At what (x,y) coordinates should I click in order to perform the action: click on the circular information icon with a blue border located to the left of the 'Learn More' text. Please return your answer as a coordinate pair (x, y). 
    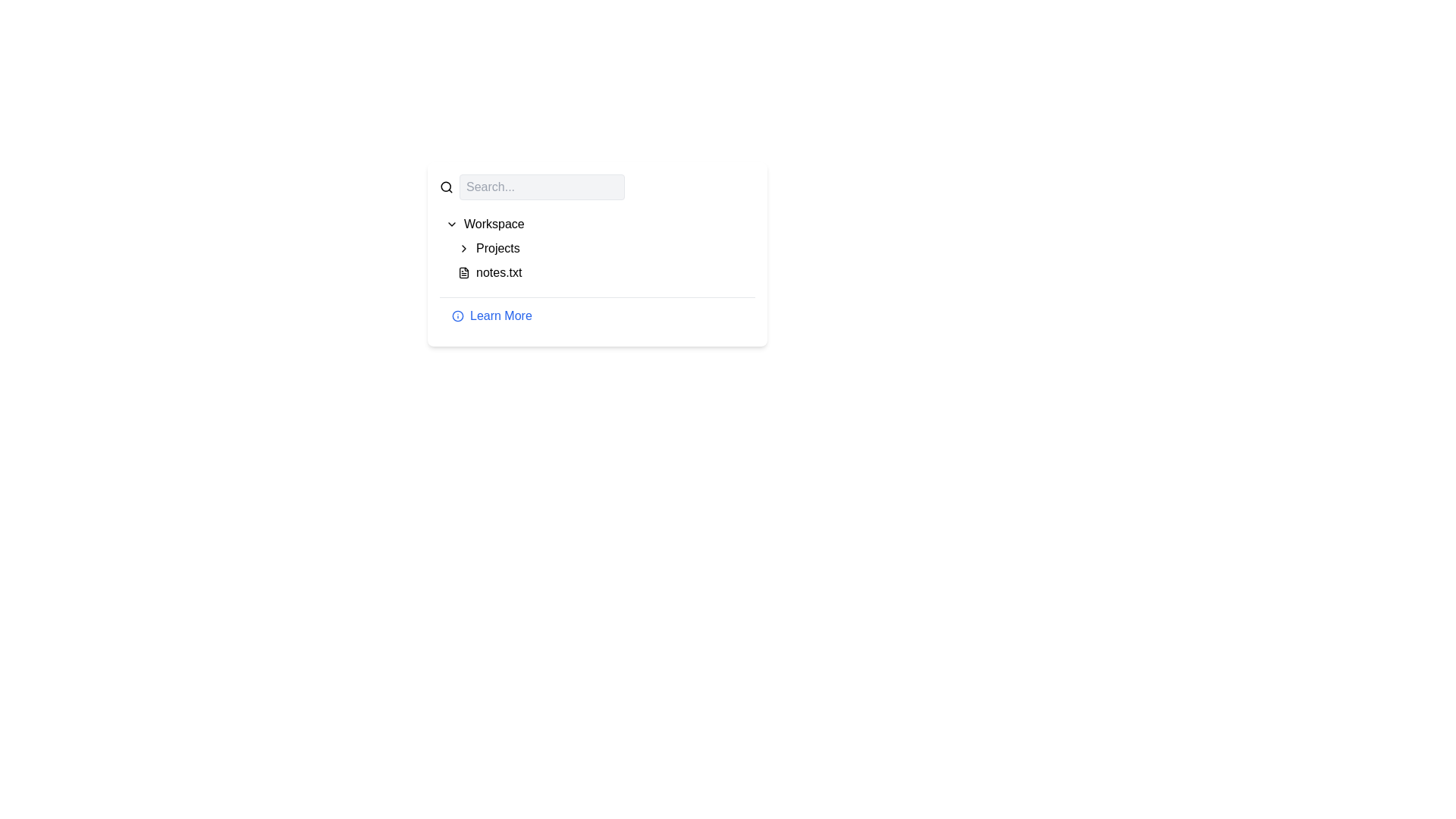
    Looking at the image, I should click on (457, 315).